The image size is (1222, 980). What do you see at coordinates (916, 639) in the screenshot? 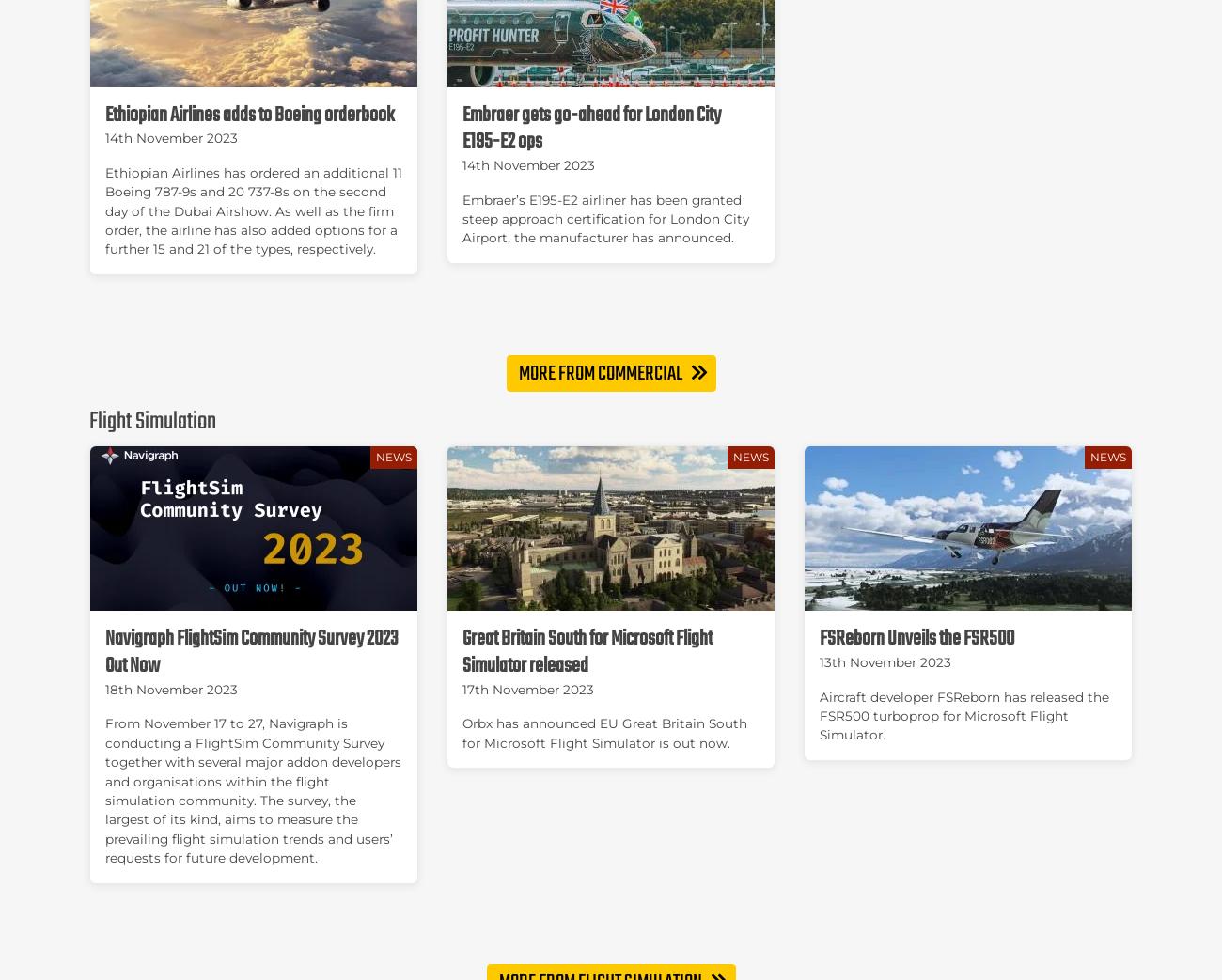
I see `'FSReborn Unveils the FSR500'` at bounding box center [916, 639].